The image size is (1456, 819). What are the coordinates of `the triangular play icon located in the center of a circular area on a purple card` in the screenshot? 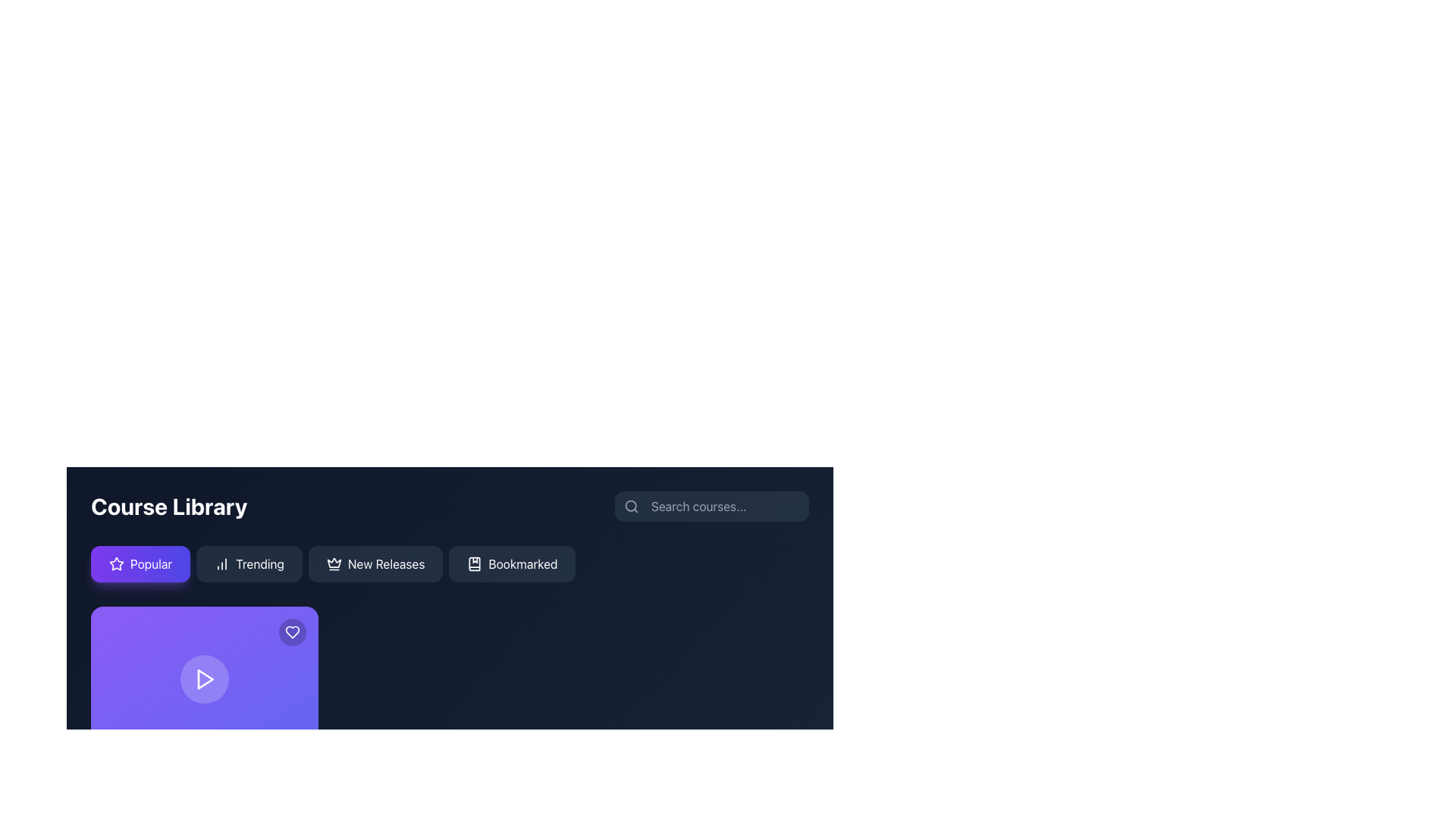 It's located at (203, 678).